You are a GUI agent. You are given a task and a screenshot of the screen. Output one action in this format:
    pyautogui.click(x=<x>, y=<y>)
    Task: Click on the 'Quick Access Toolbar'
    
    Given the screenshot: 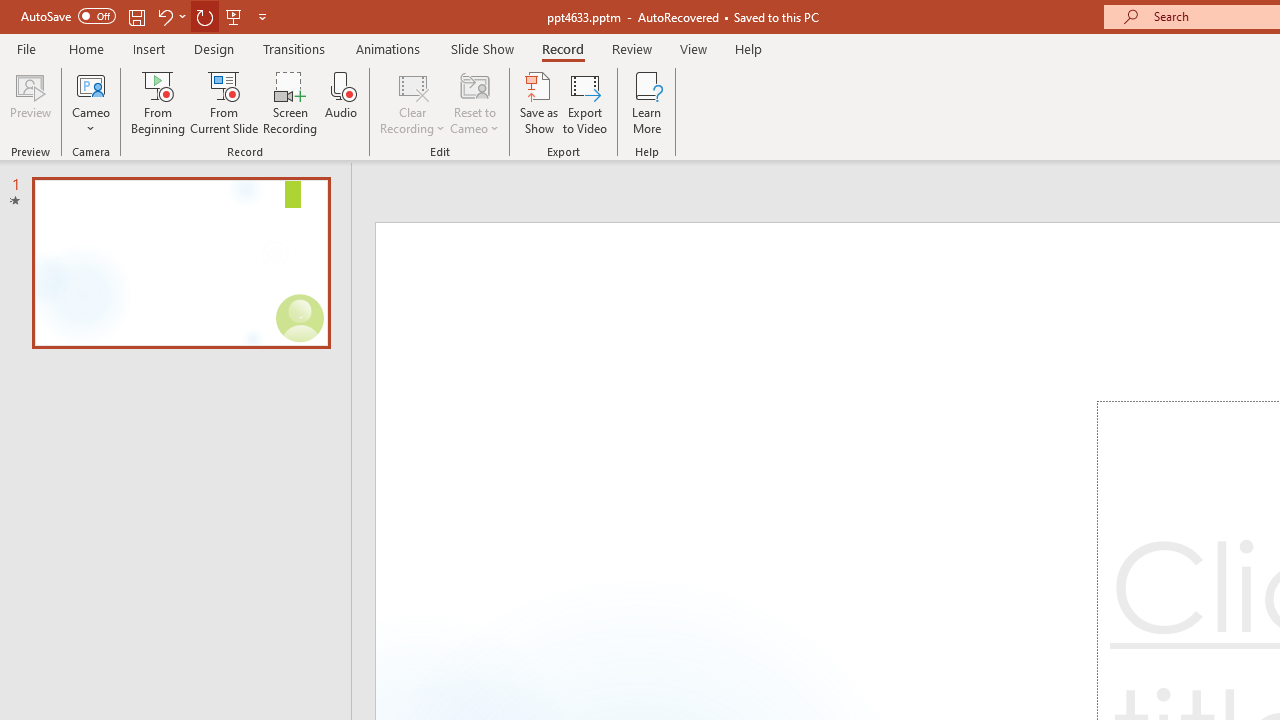 What is the action you would take?
    pyautogui.click(x=144, y=16)
    